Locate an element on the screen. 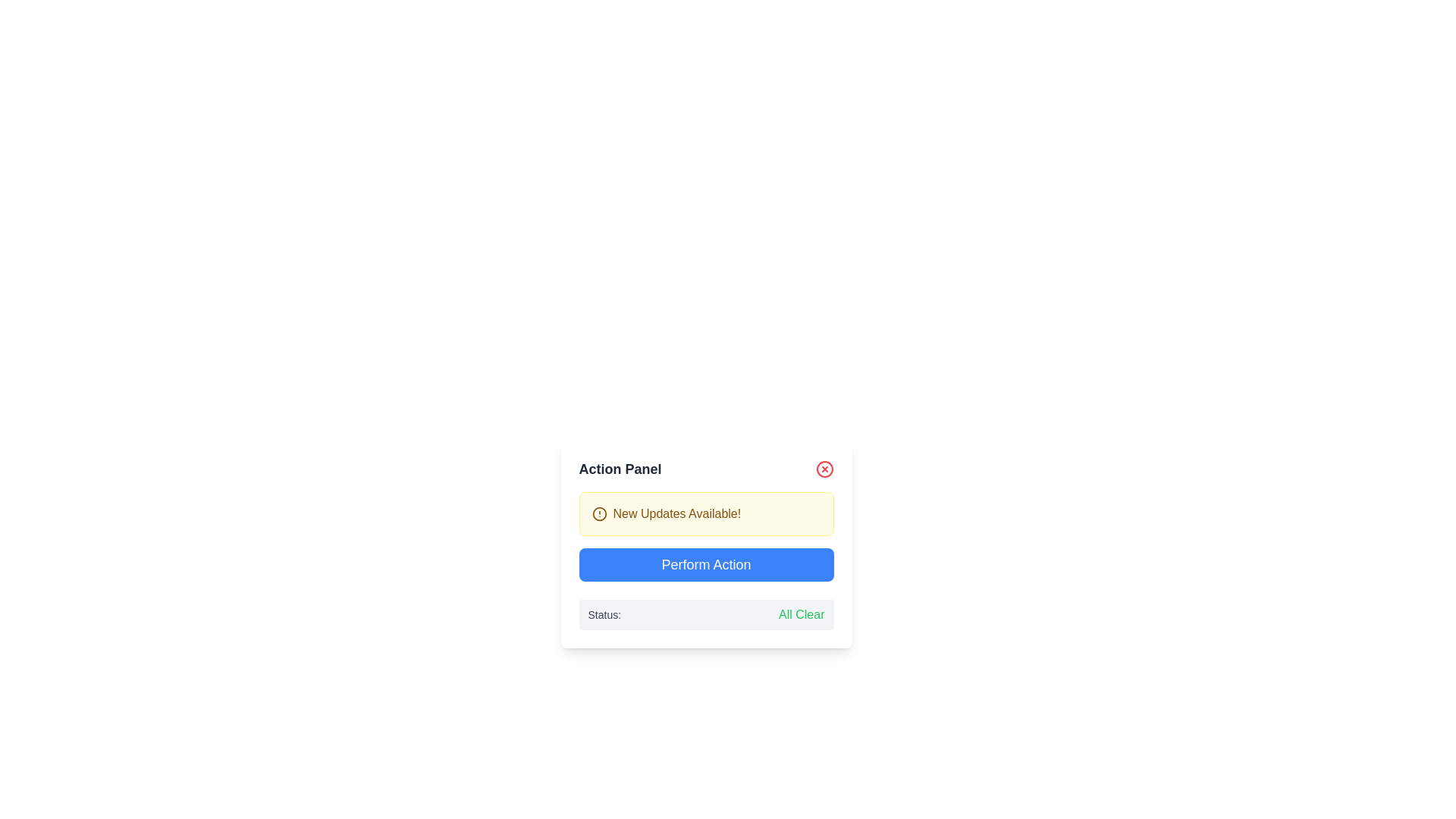  the red circular close button with a white cross in the upper right corner of the 'Action Panel' is located at coordinates (824, 468).